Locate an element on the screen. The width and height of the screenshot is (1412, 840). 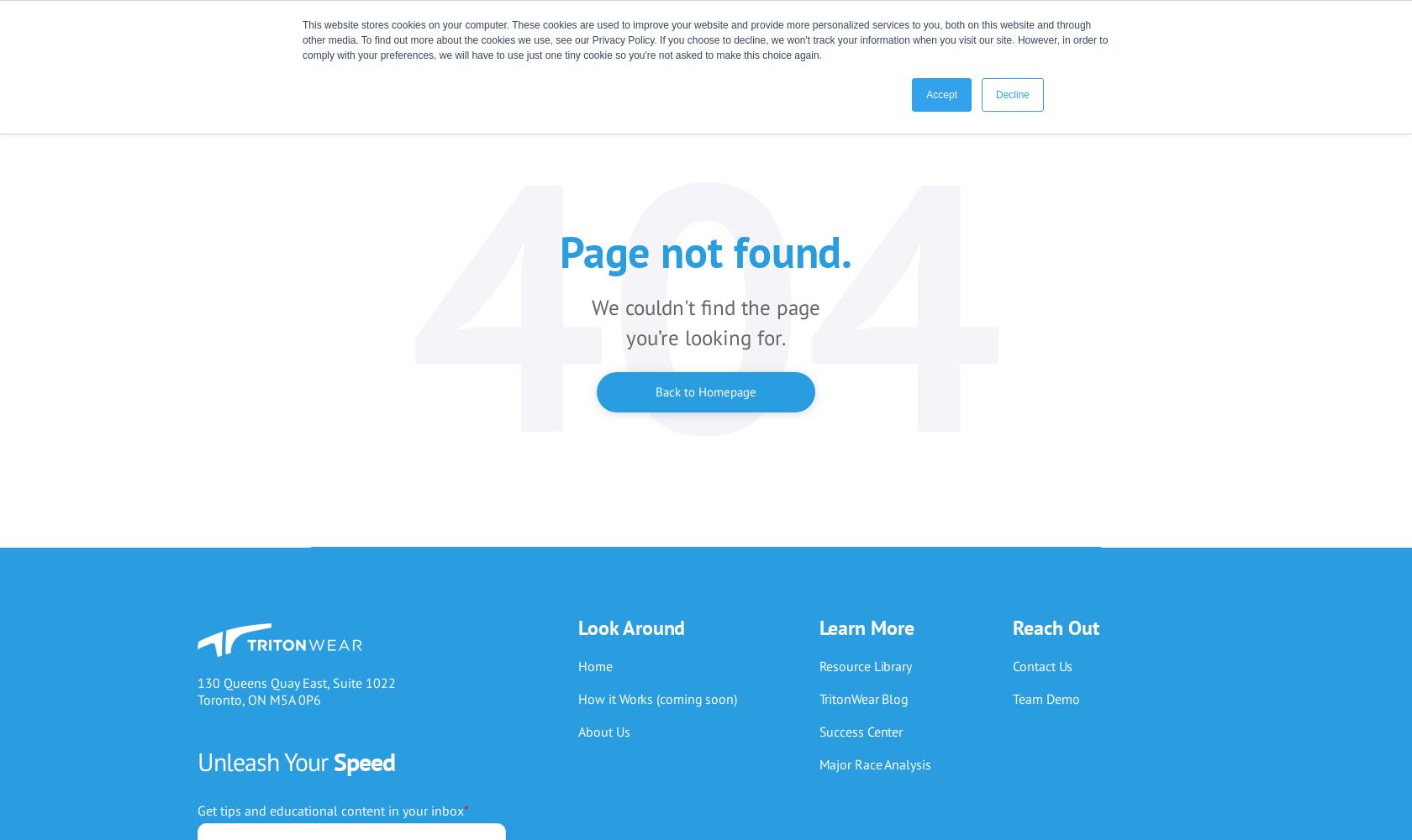
'Contact Us' is located at coordinates (1042, 665).